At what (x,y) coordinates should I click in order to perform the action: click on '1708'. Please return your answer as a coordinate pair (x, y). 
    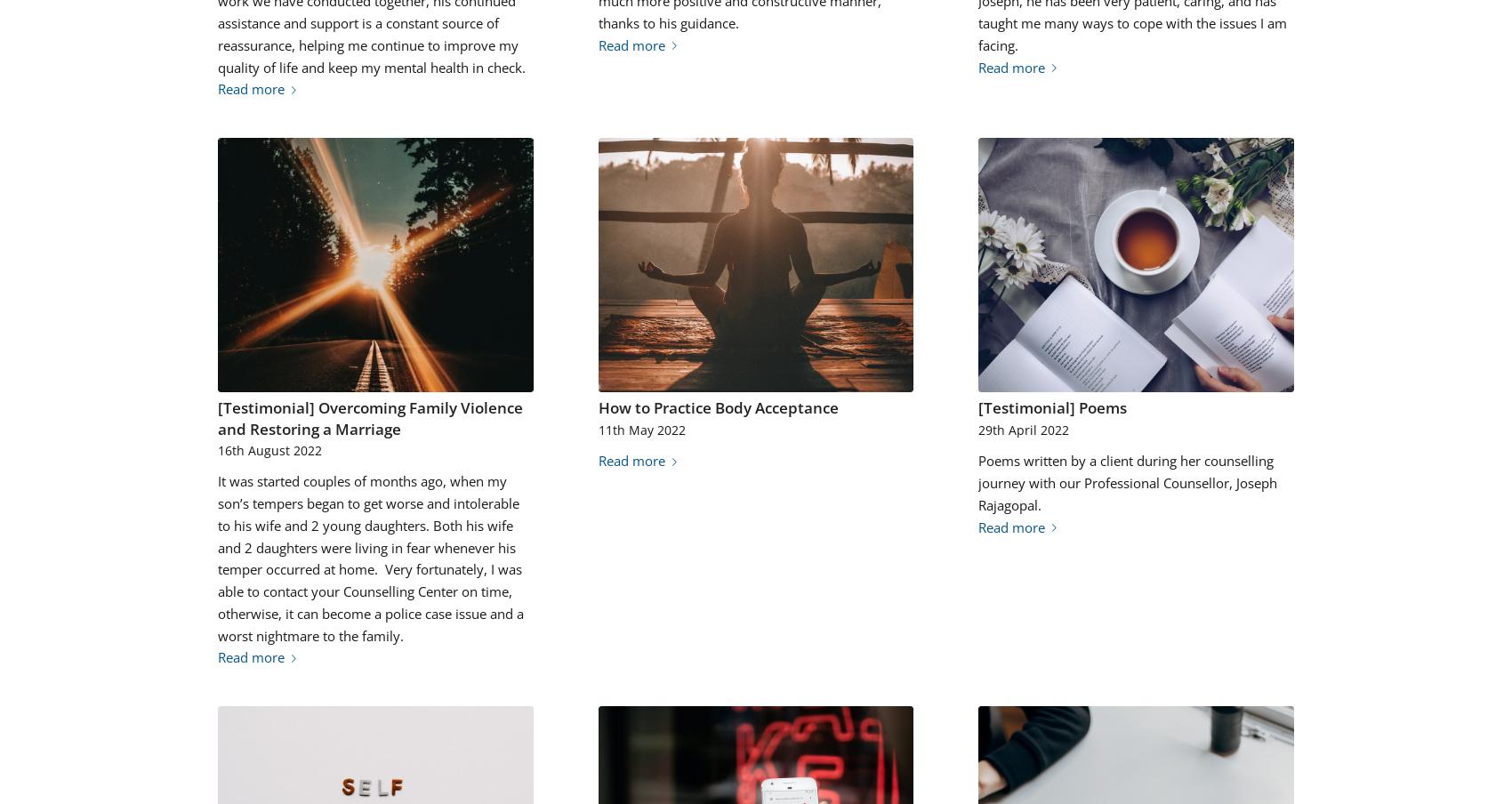
    Looking at the image, I should click on (269, 213).